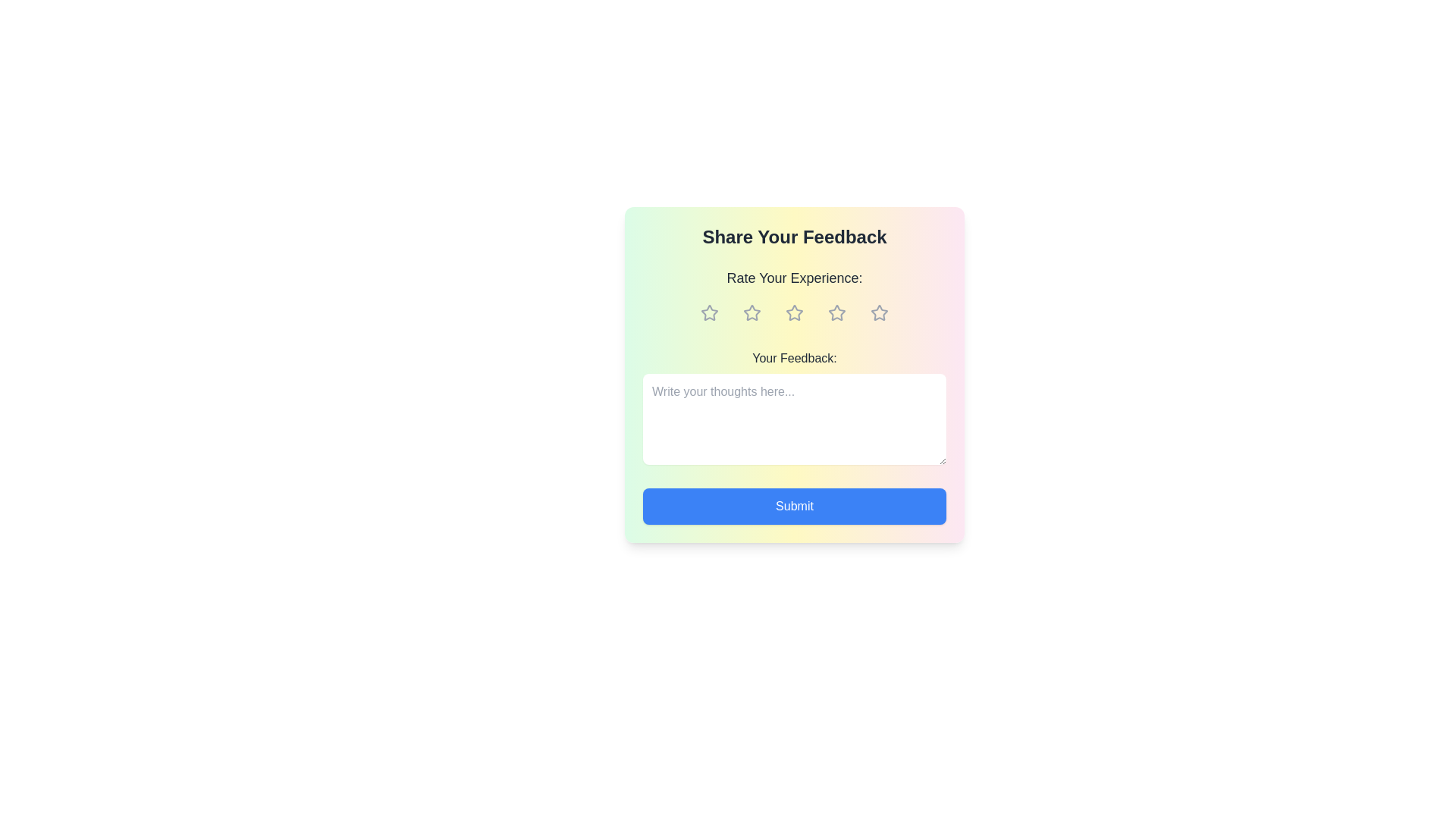 The width and height of the screenshot is (1456, 819). Describe the element at coordinates (836, 312) in the screenshot. I see `the fourth star rating icon to rate your experience in the 'Rate Your Experience' section of the feedback form` at that location.